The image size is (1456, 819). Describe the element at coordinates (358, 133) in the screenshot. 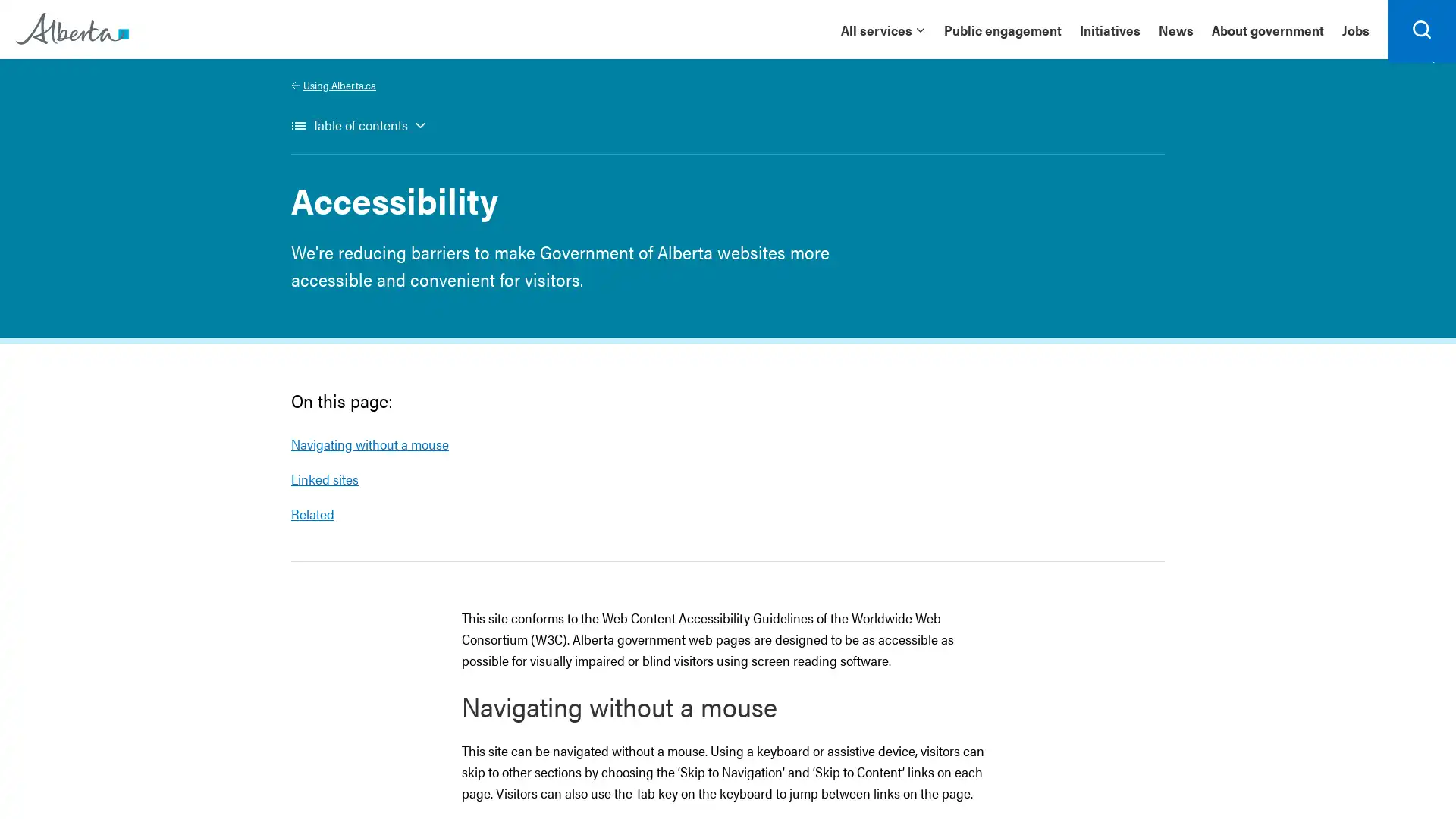

I see `Table of contents` at that location.